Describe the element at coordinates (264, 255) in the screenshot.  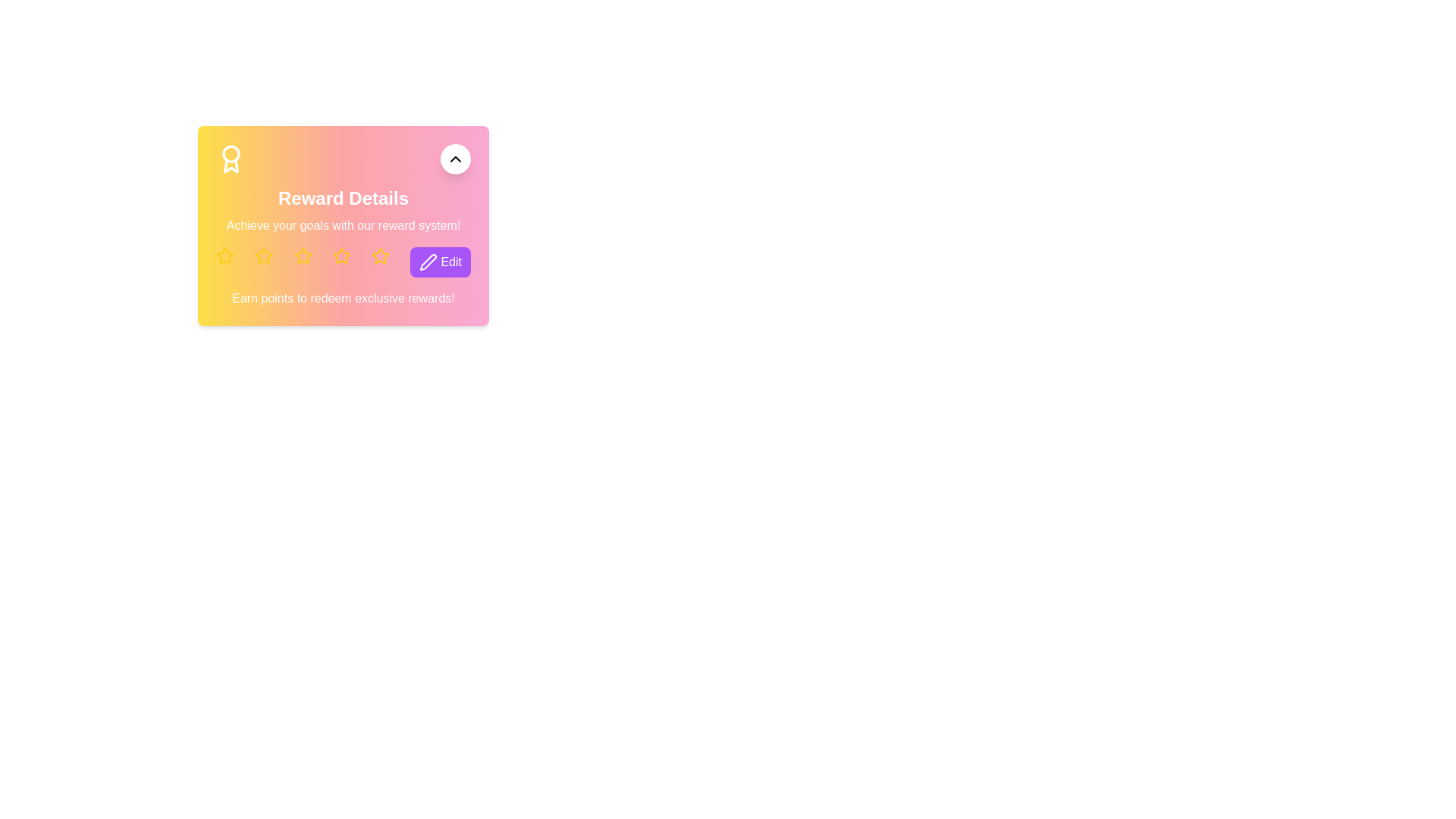
I see `the second star icon representing a rating feature located below the 'Reward Details' heading` at that location.